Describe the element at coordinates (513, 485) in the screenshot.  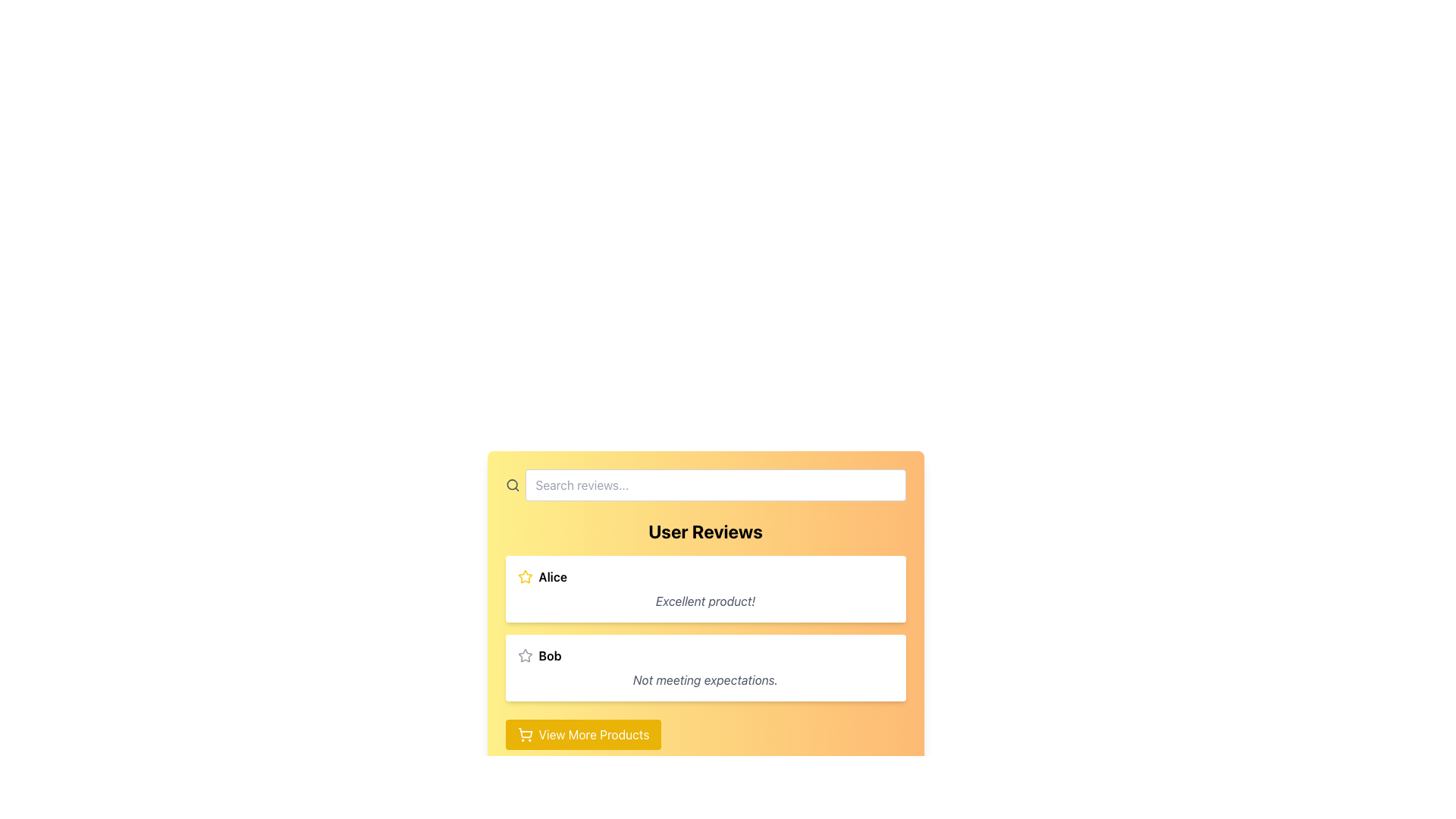
I see `the small circular gray magnifying glass icon located to the left of the search bar labeled 'Search reviews...'` at that location.